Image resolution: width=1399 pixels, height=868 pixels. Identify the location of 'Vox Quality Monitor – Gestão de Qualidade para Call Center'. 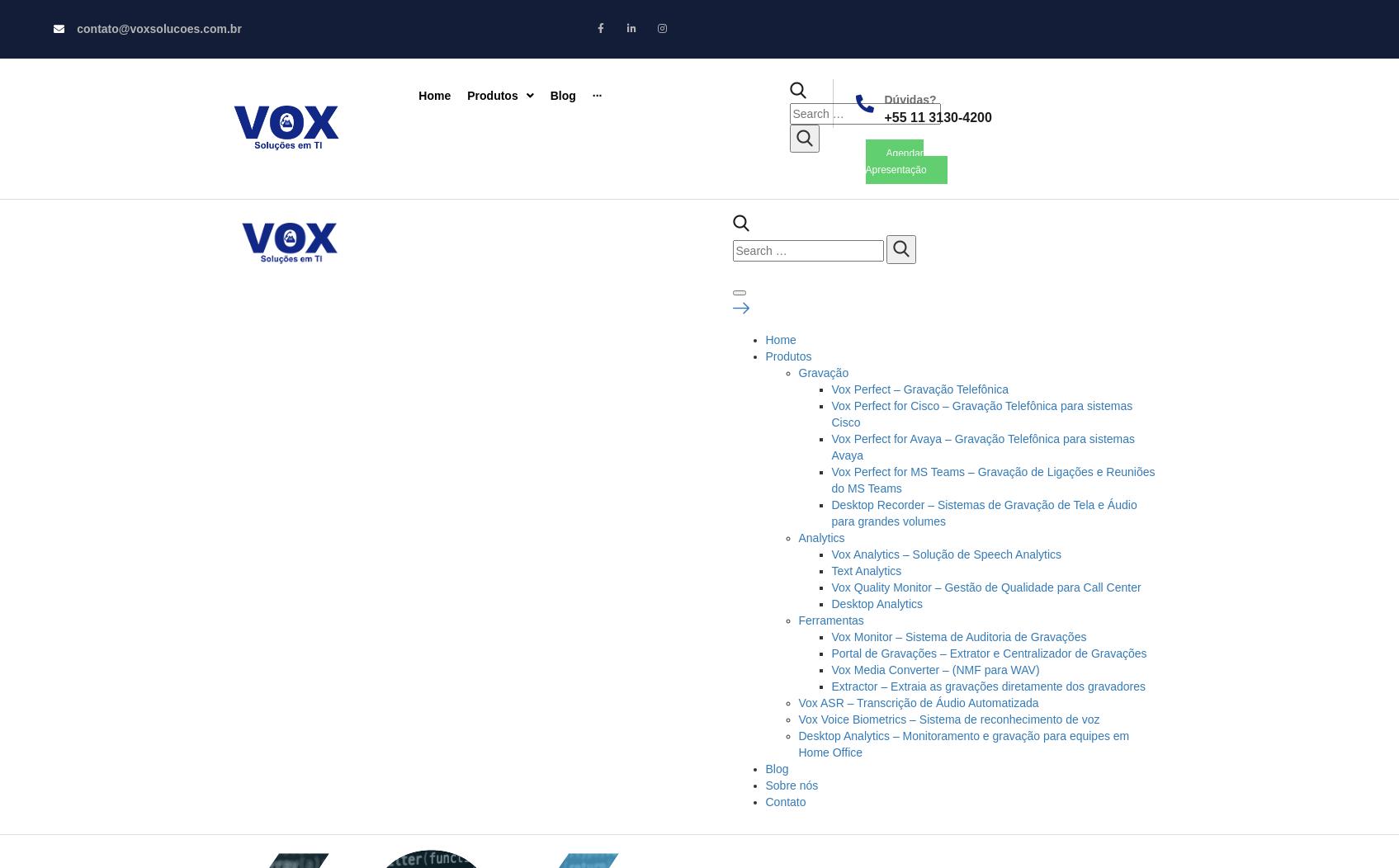
(985, 587).